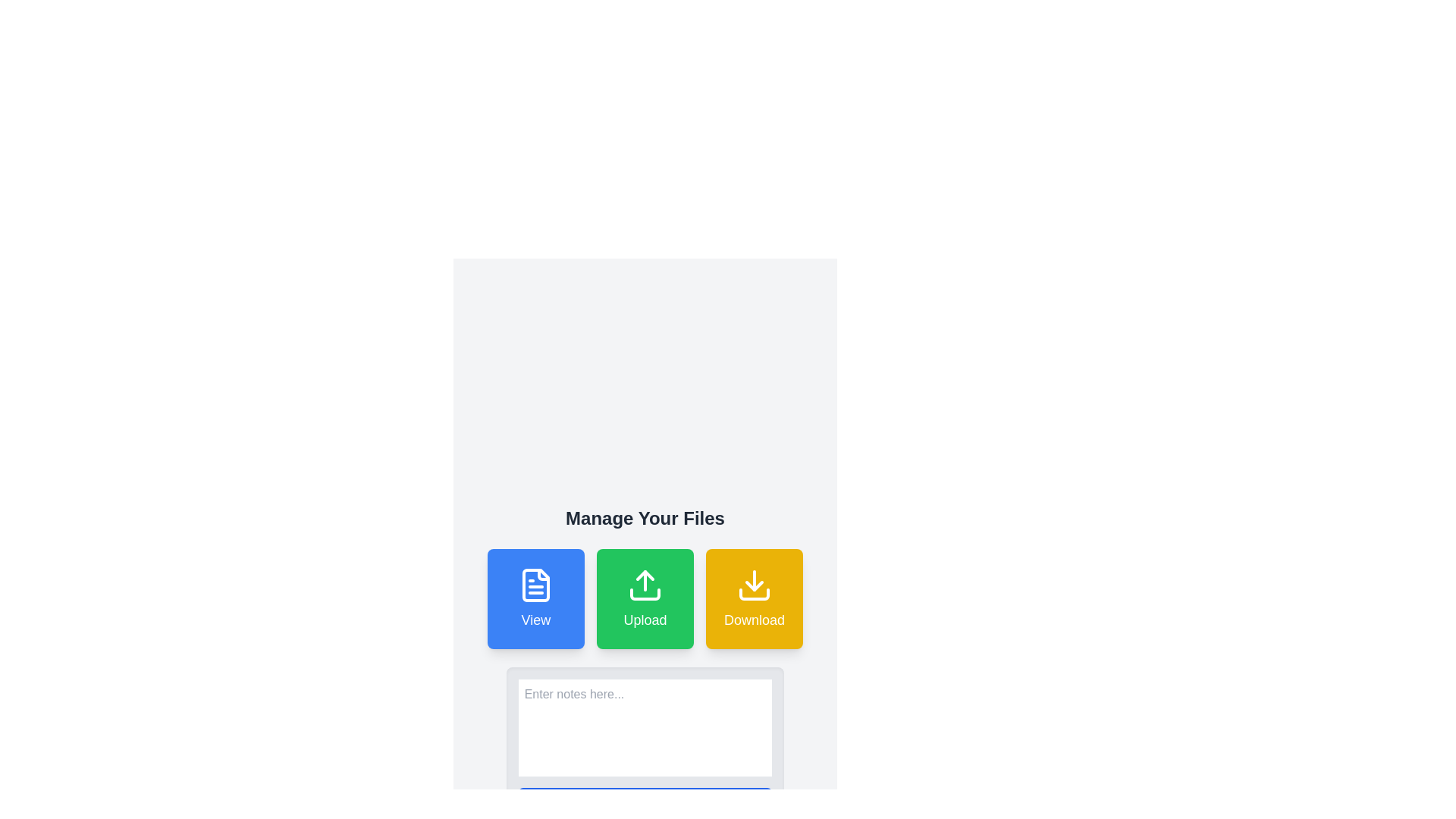 The image size is (1456, 819). I want to click on the button labeled 'View' that contains the text label indicating its function, so click(535, 620).